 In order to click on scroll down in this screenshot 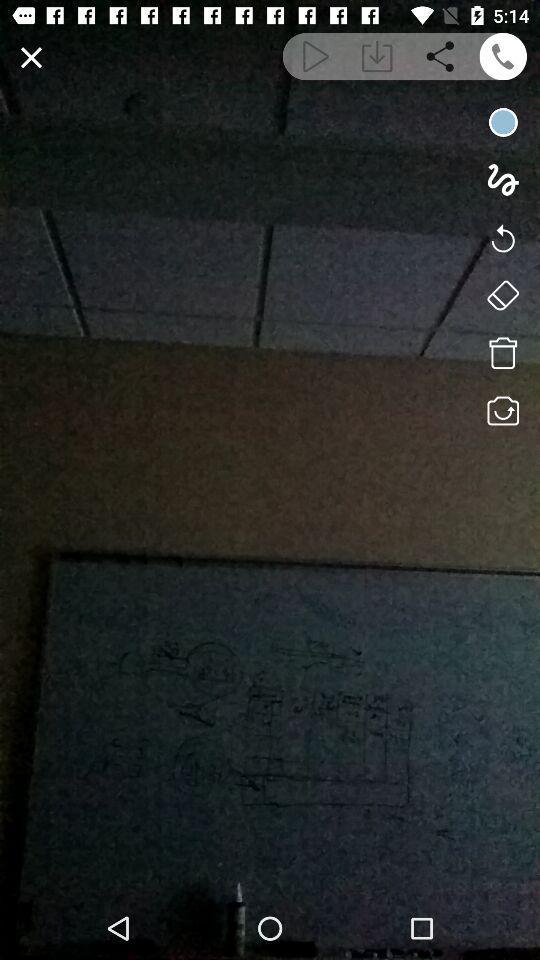, I will do `click(377, 55)`.